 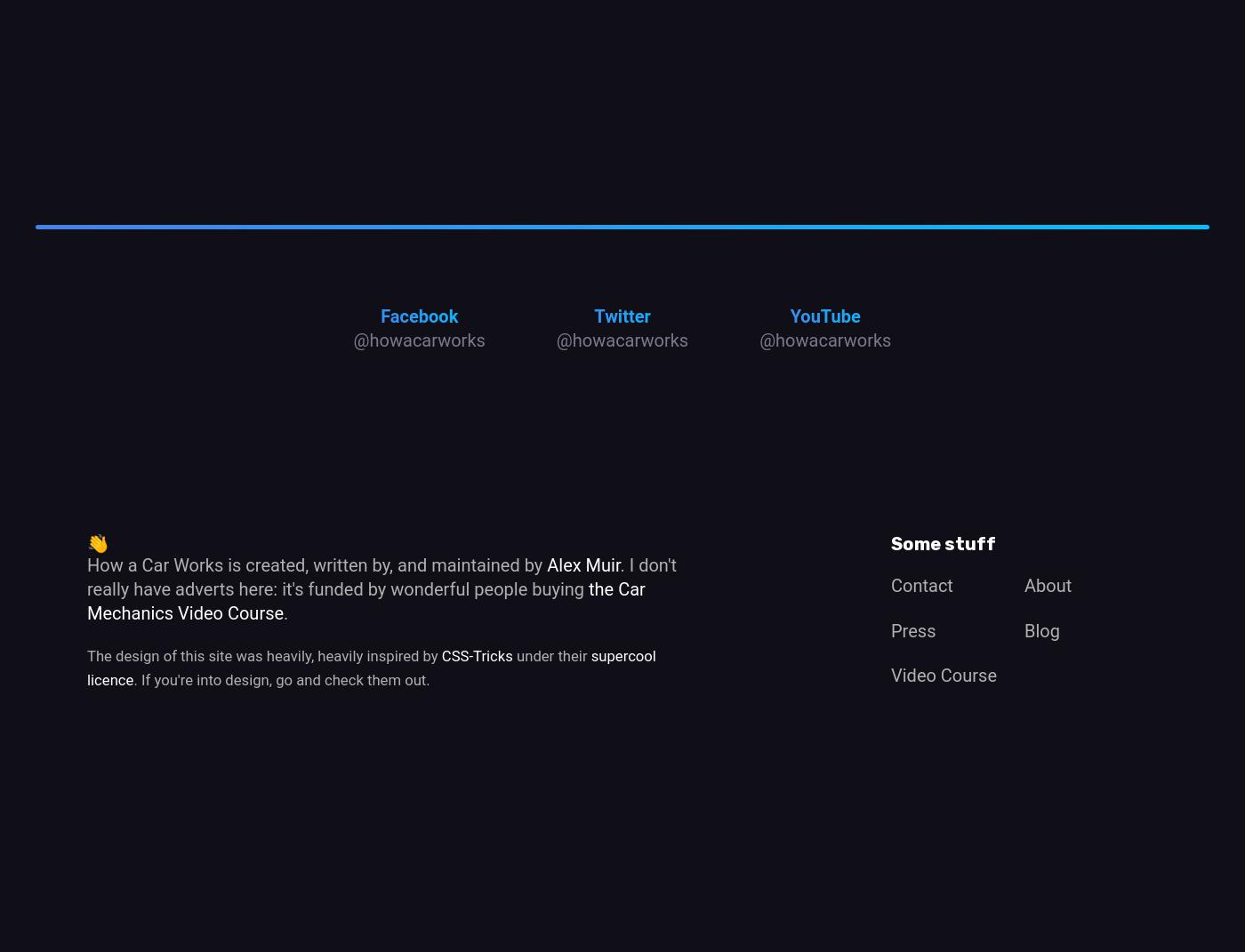 I want to click on '. I don't really have adverts here: it's funded by wonderful people buying', so click(x=381, y=575).